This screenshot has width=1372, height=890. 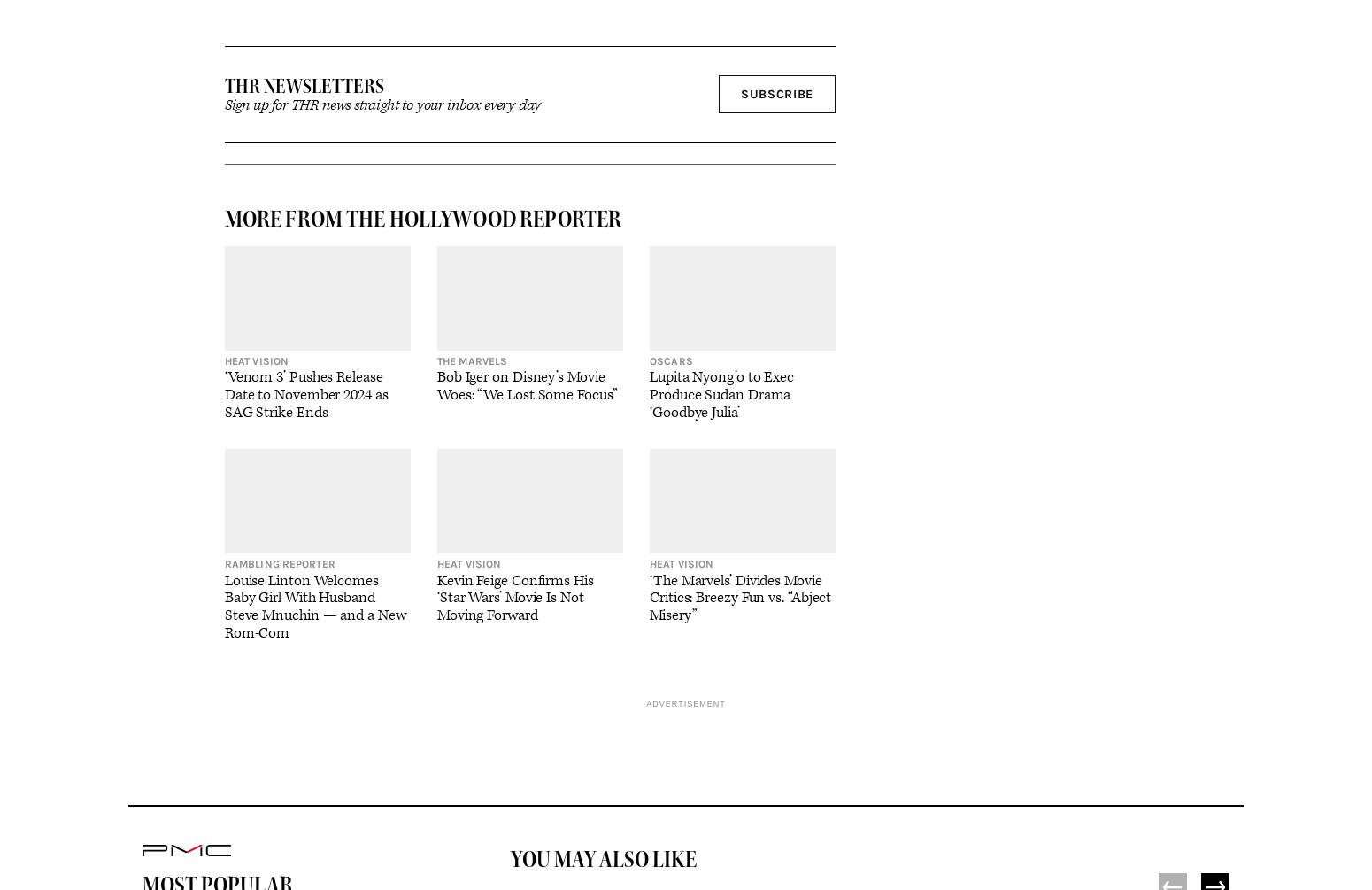 I want to click on 'The Marvels', so click(x=471, y=360).